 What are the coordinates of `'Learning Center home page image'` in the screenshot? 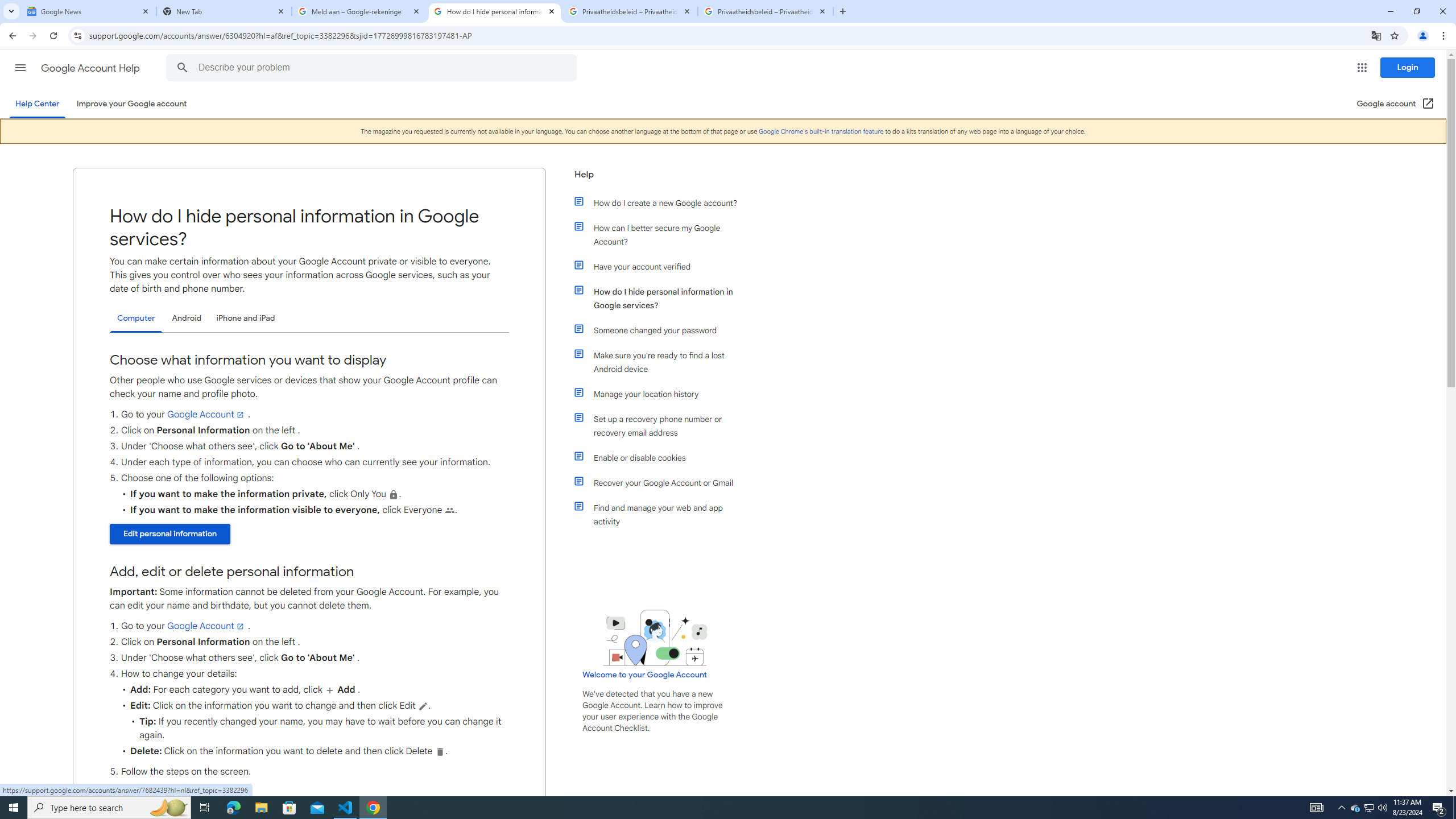 It's located at (655, 638).